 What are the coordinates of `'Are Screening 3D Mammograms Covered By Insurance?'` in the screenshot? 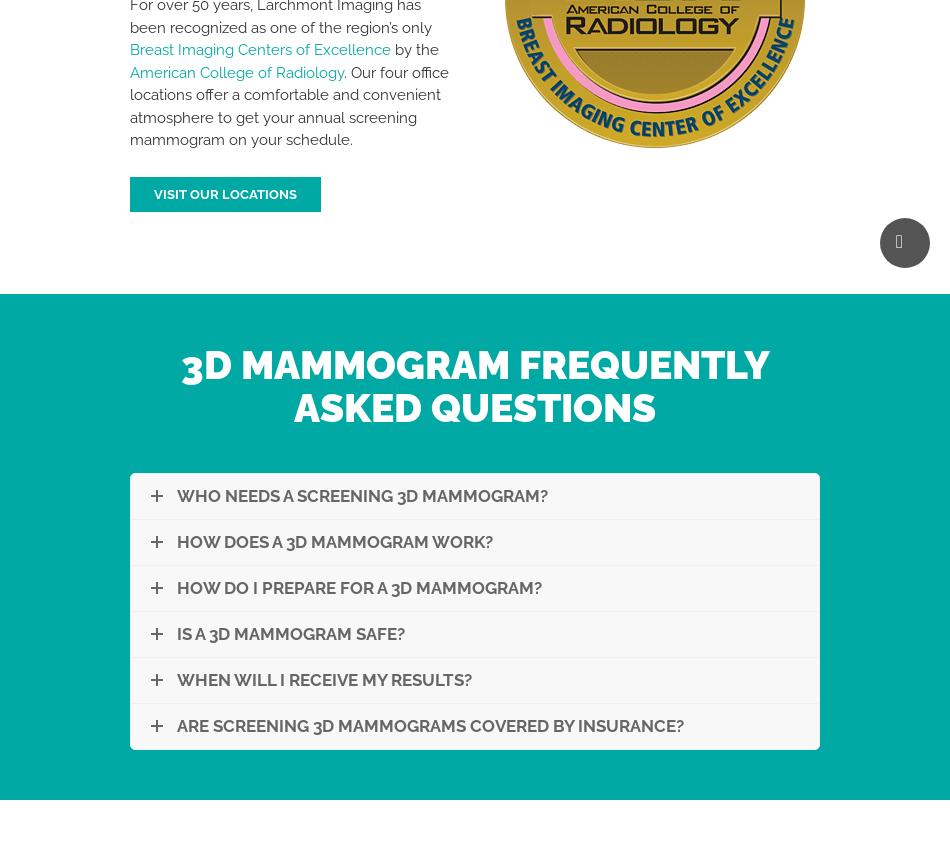 It's located at (176, 725).